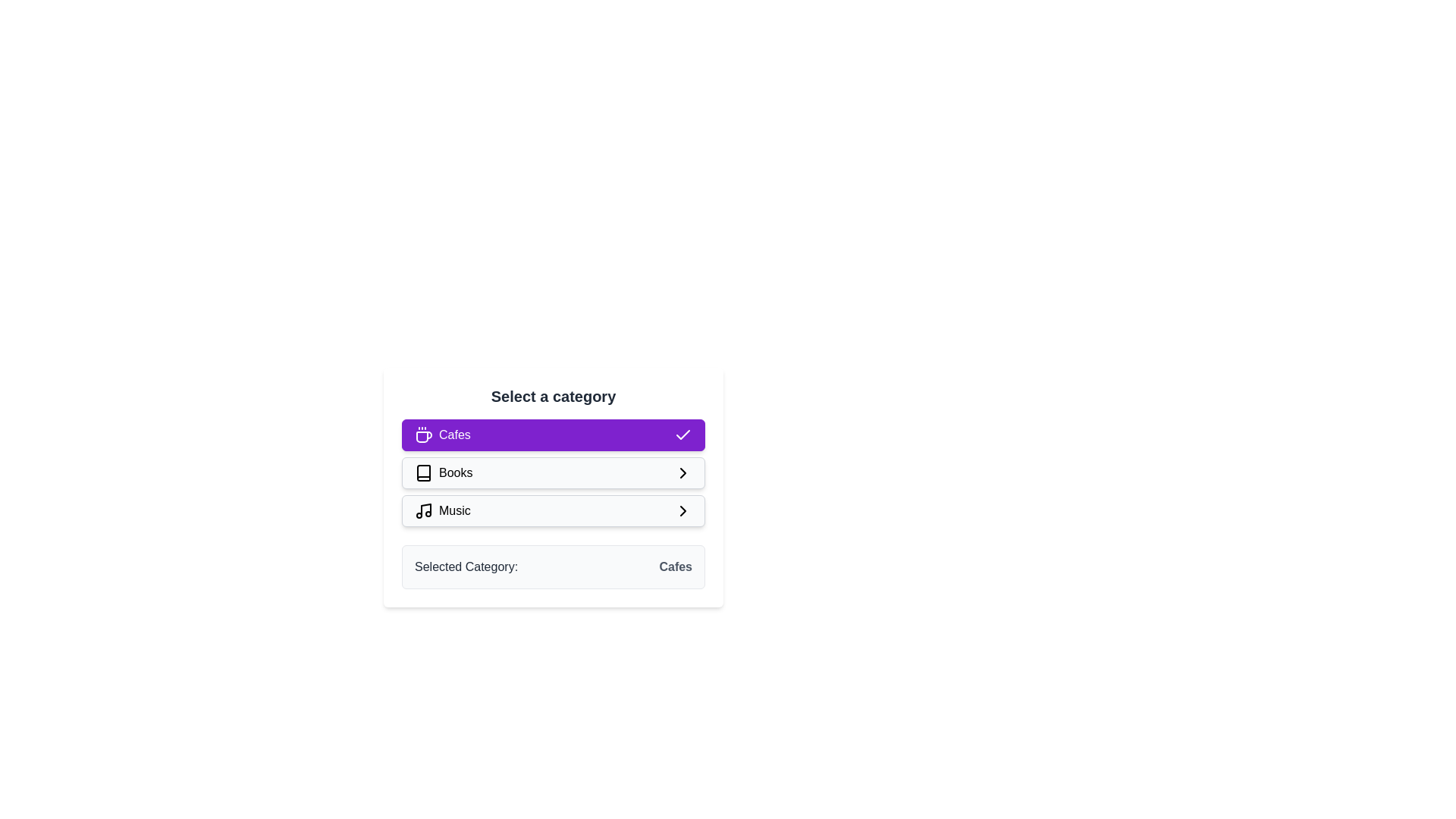  I want to click on the 'Cafes' category label, which is part of a selectable list item highlighted with a purple background and accompanied by a coffee cup icon, so click(441, 435).